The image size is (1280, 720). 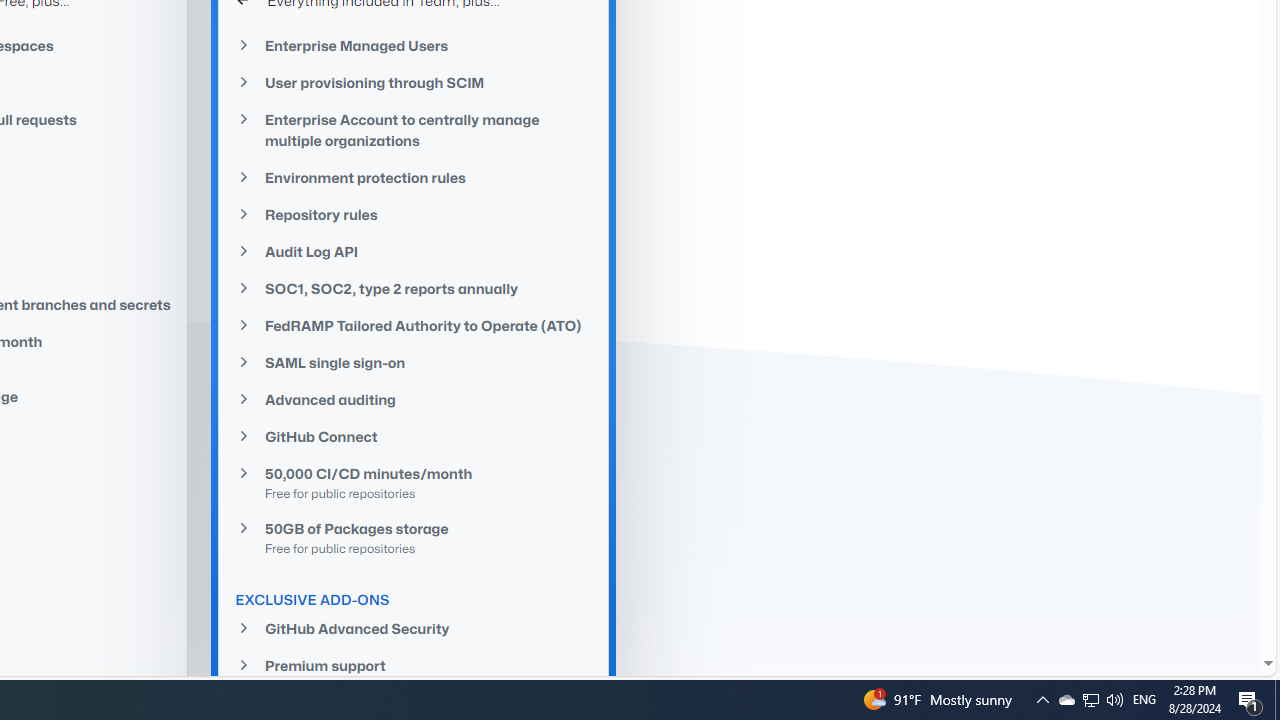 I want to click on 'Repository rules', so click(x=413, y=214).